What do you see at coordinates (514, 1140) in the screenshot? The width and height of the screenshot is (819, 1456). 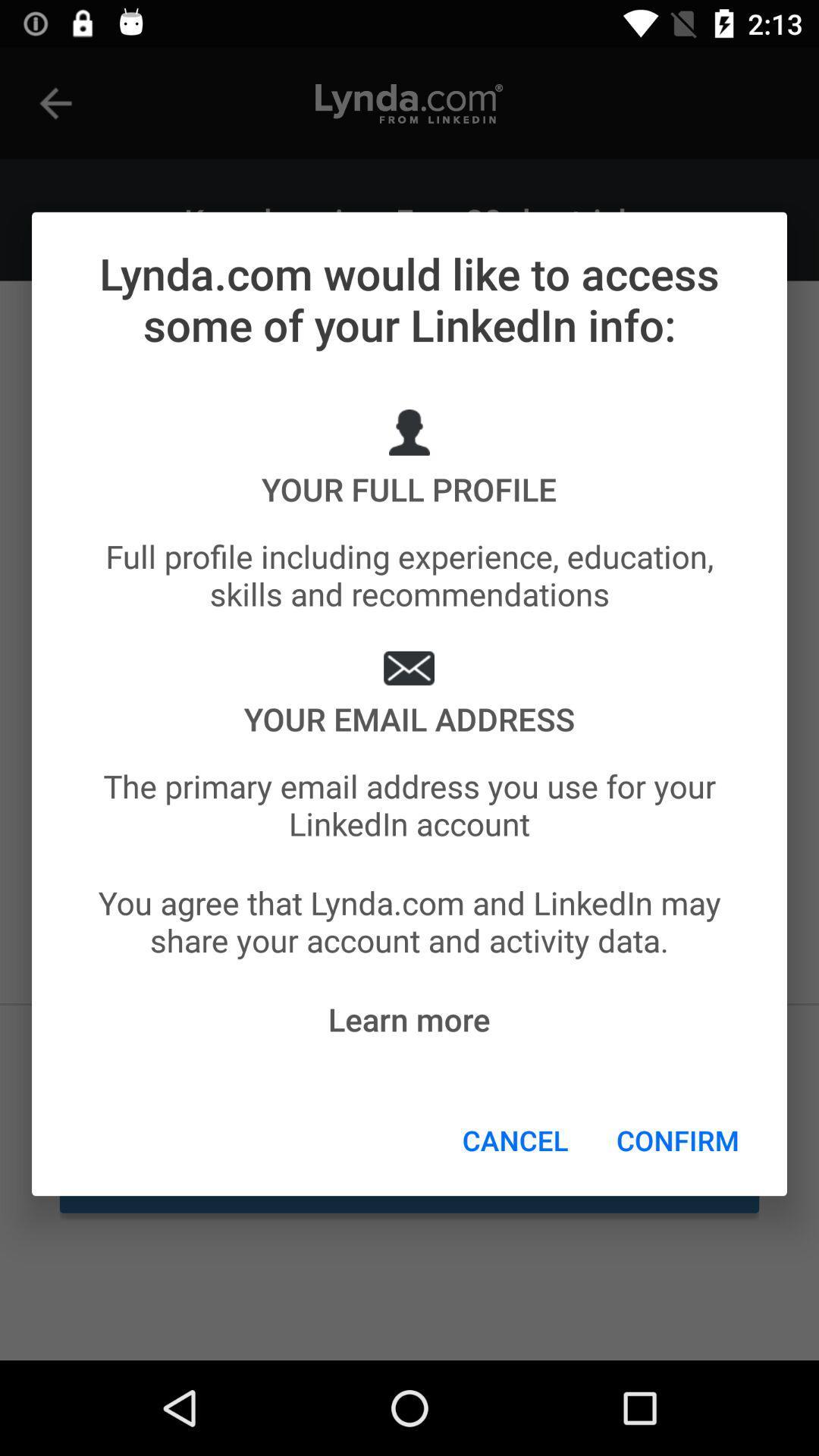 I see `the icon to the left of the confirm` at bounding box center [514, 1140].